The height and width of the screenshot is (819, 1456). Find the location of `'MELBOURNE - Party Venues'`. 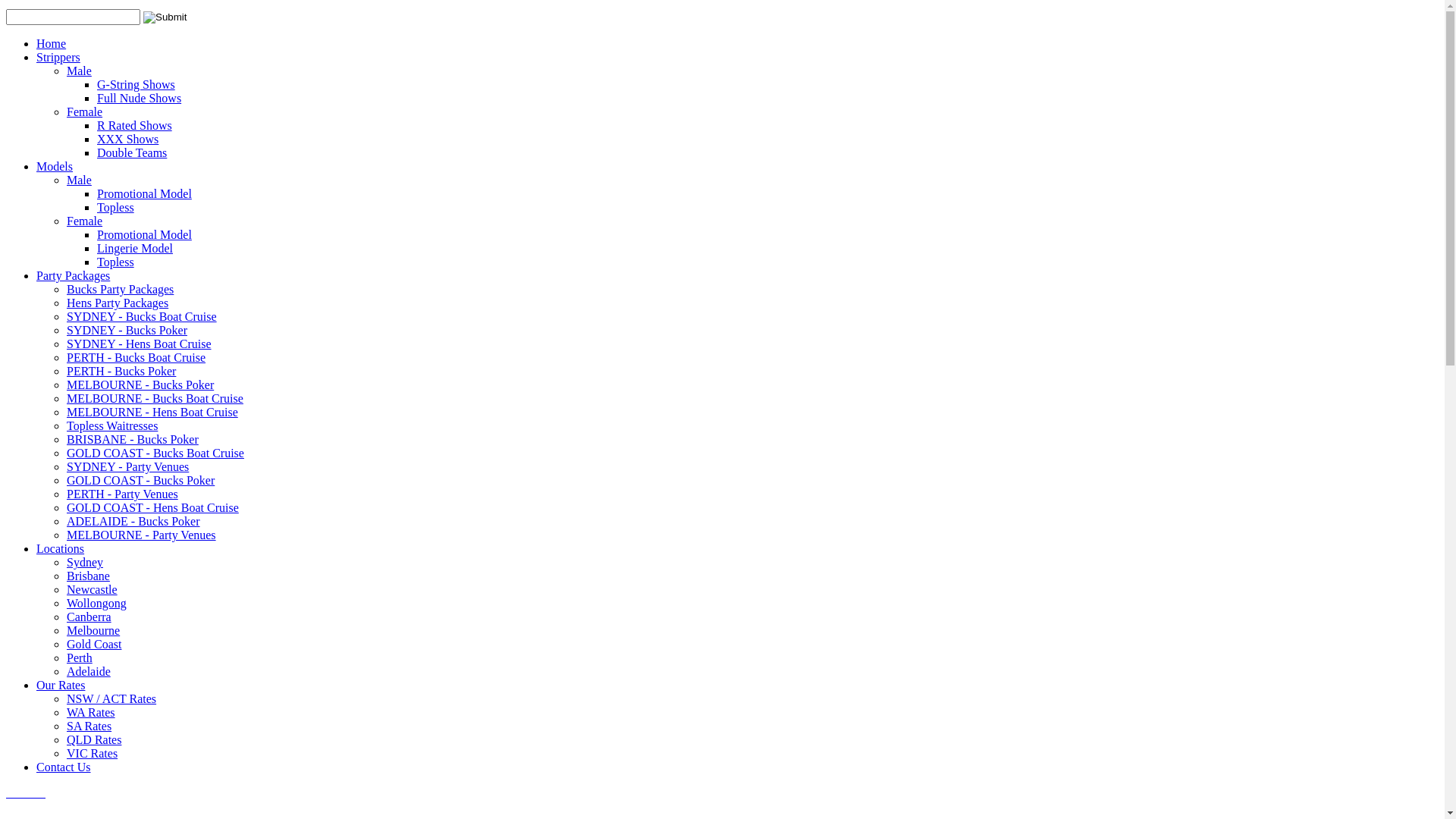

'MELBOURNE - Party Venues' is located at coordinates (141, 534).